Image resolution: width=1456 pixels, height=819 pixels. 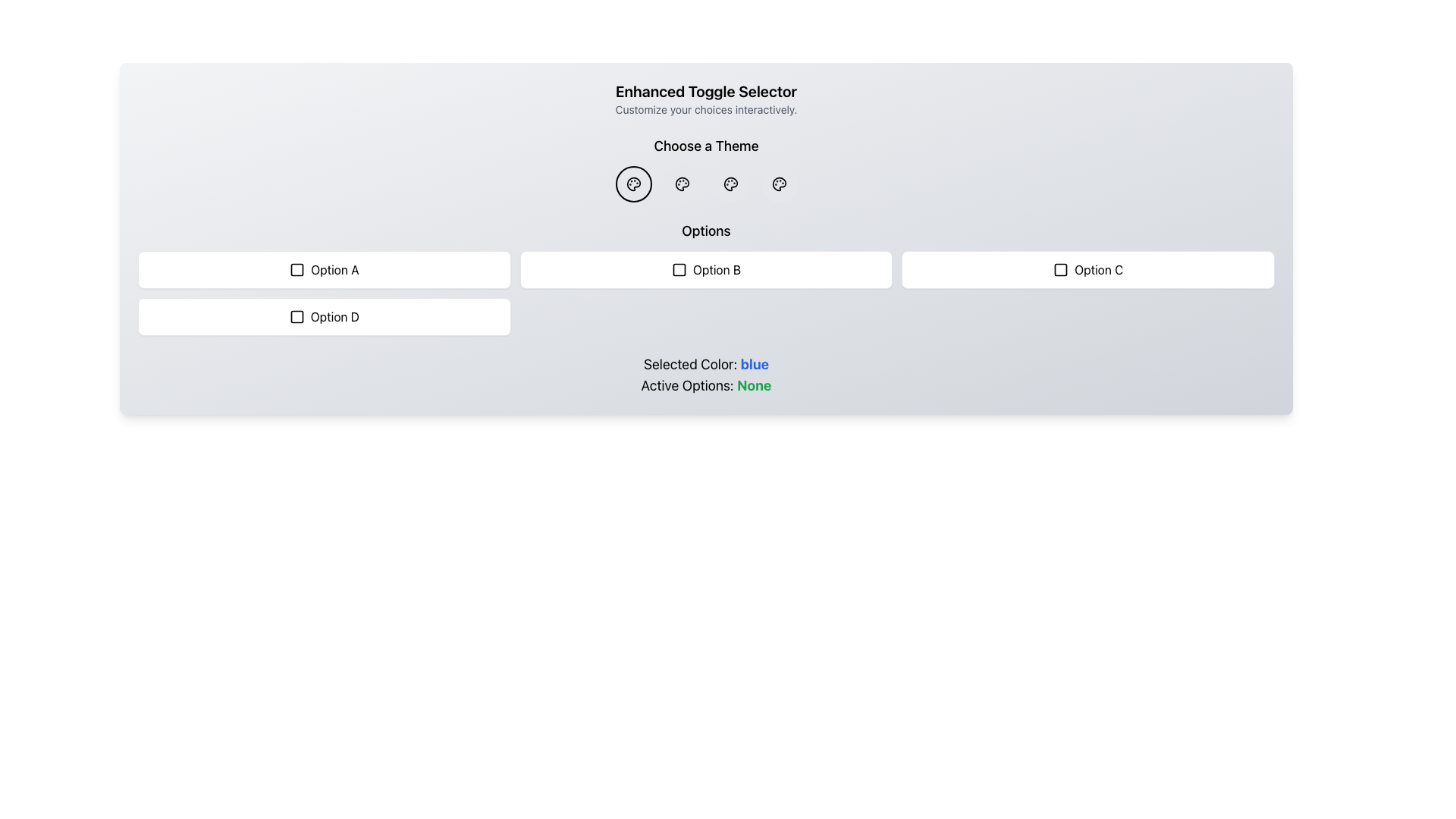 I want to click on the static text element located at the top-central part of the interface, which serves as a section header informing users about the functionality of the area below it, so click(x=705, y=91).